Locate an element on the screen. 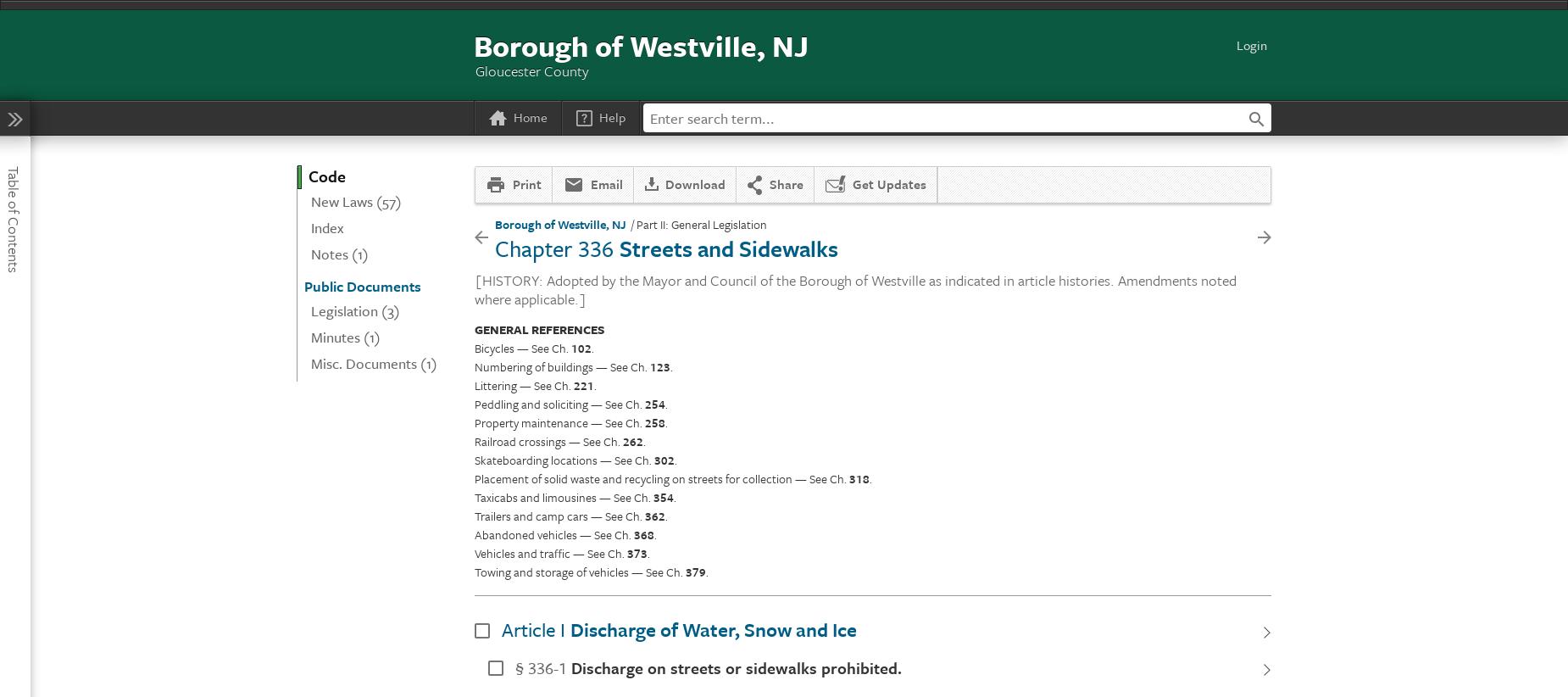 The height and width of the screenshot is (697, 1568). 'GENERAL REFERENCES' is located at coordinates (539, 328).